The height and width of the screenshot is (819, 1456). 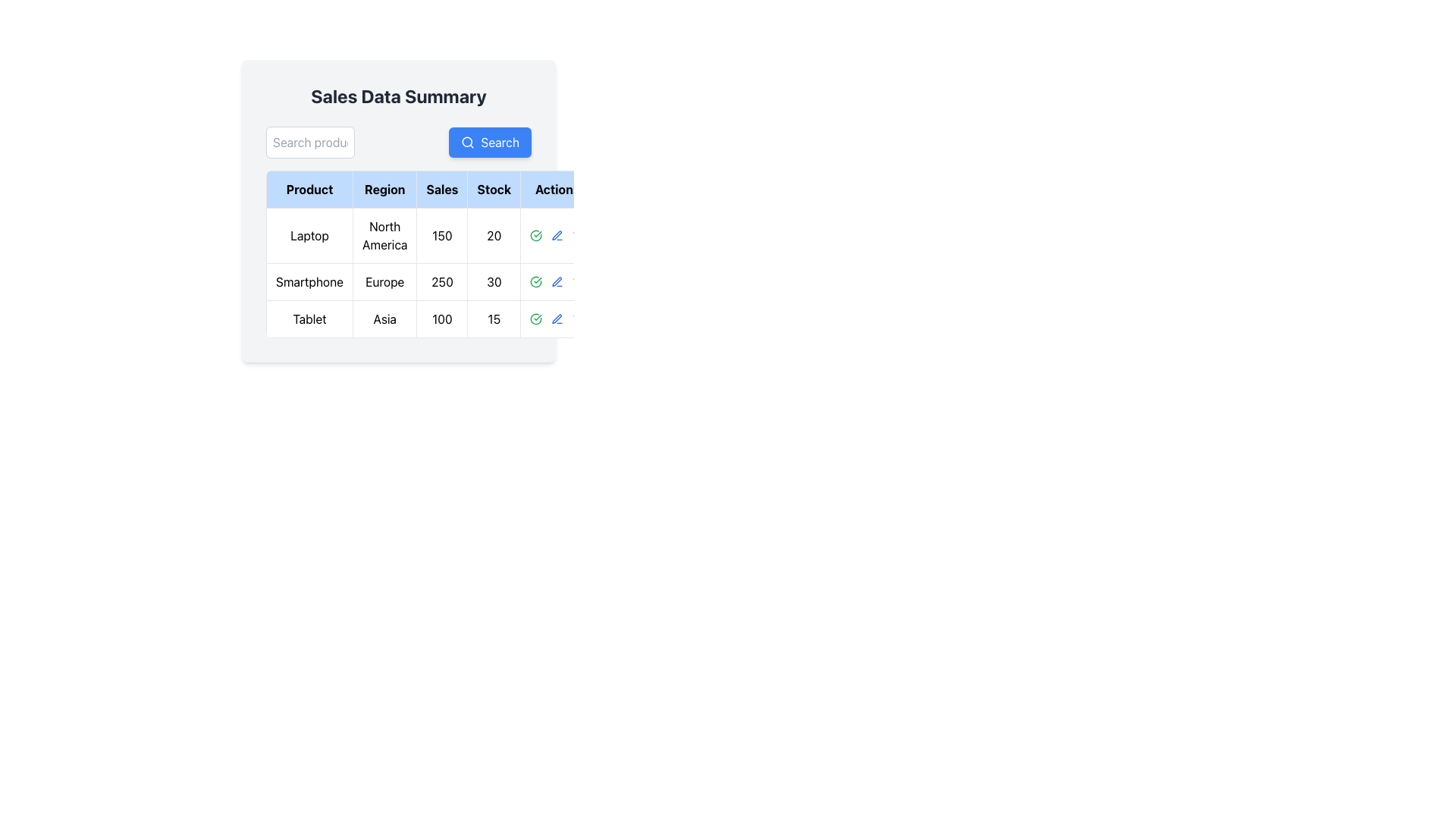 What do you see at coordinates (309, 318) in the screenshot?
I see `the table cell displaying the product name 'Tablet', which is the first cell in the third row of the table under the 'Product' column` at bounding box center [309, 318].